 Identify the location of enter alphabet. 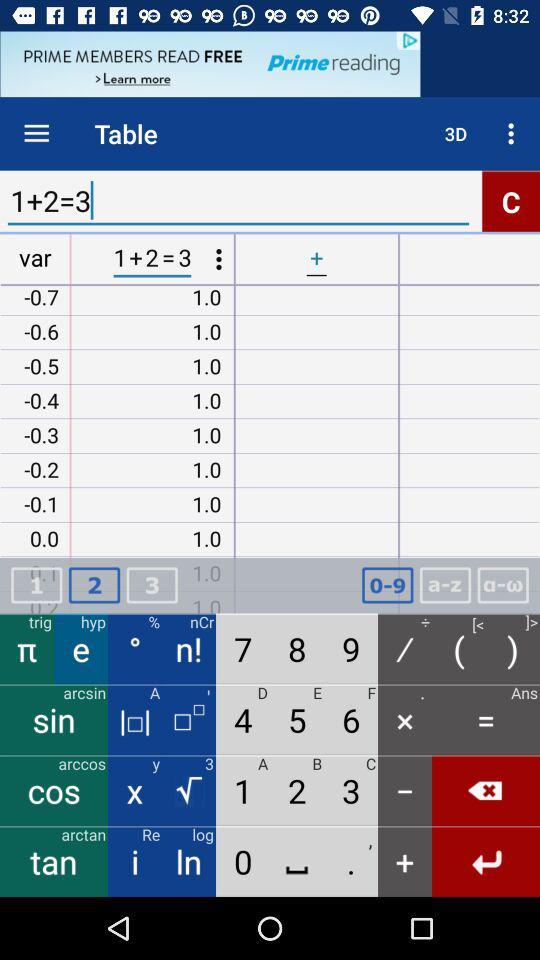
(445, 585).